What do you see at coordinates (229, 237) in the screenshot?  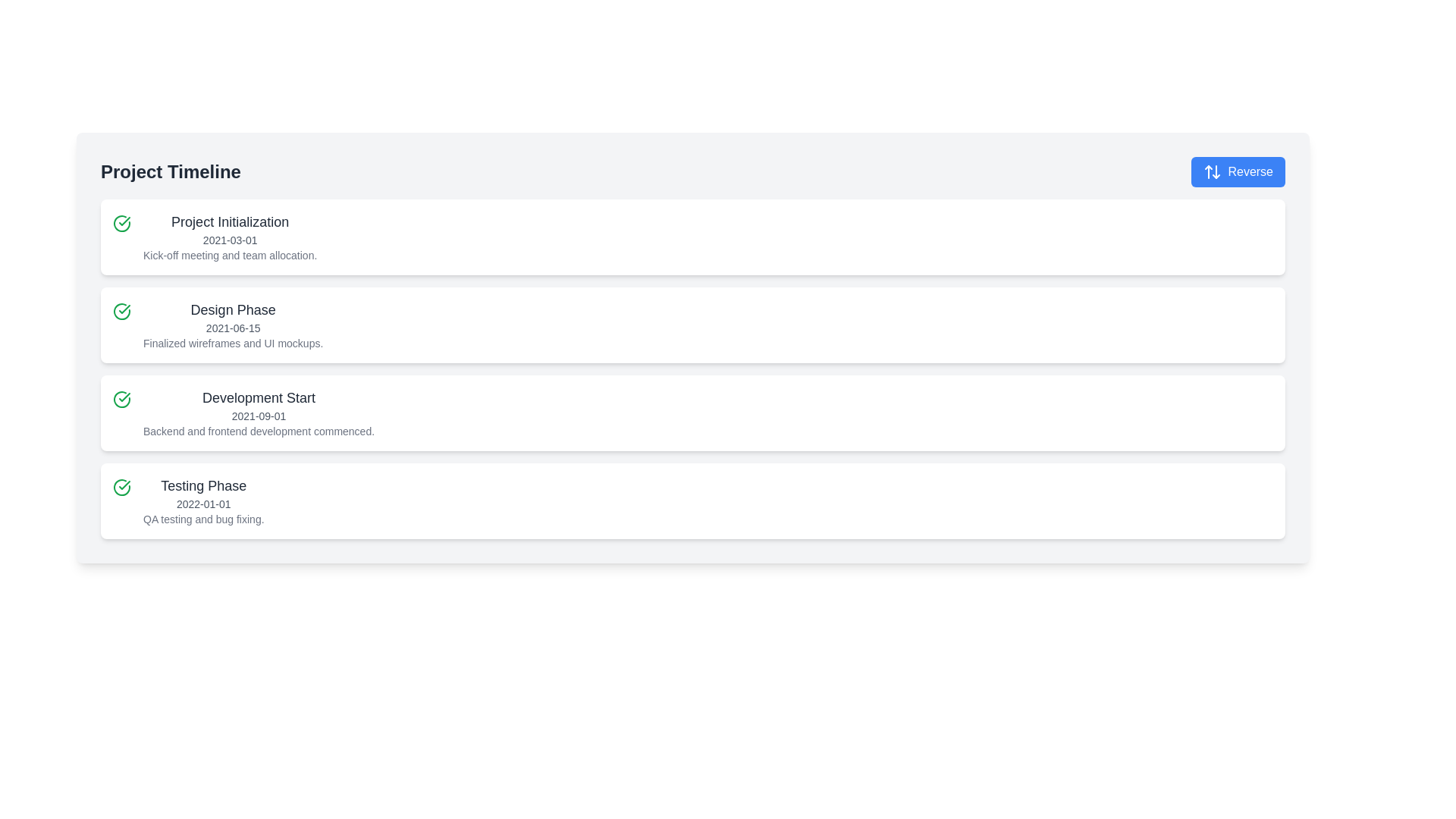 I see `text information displayed in the uppermost Text display block of the project phases list, which includes the title, date, and brief description of the project phase` at bounding box center [229, 237].